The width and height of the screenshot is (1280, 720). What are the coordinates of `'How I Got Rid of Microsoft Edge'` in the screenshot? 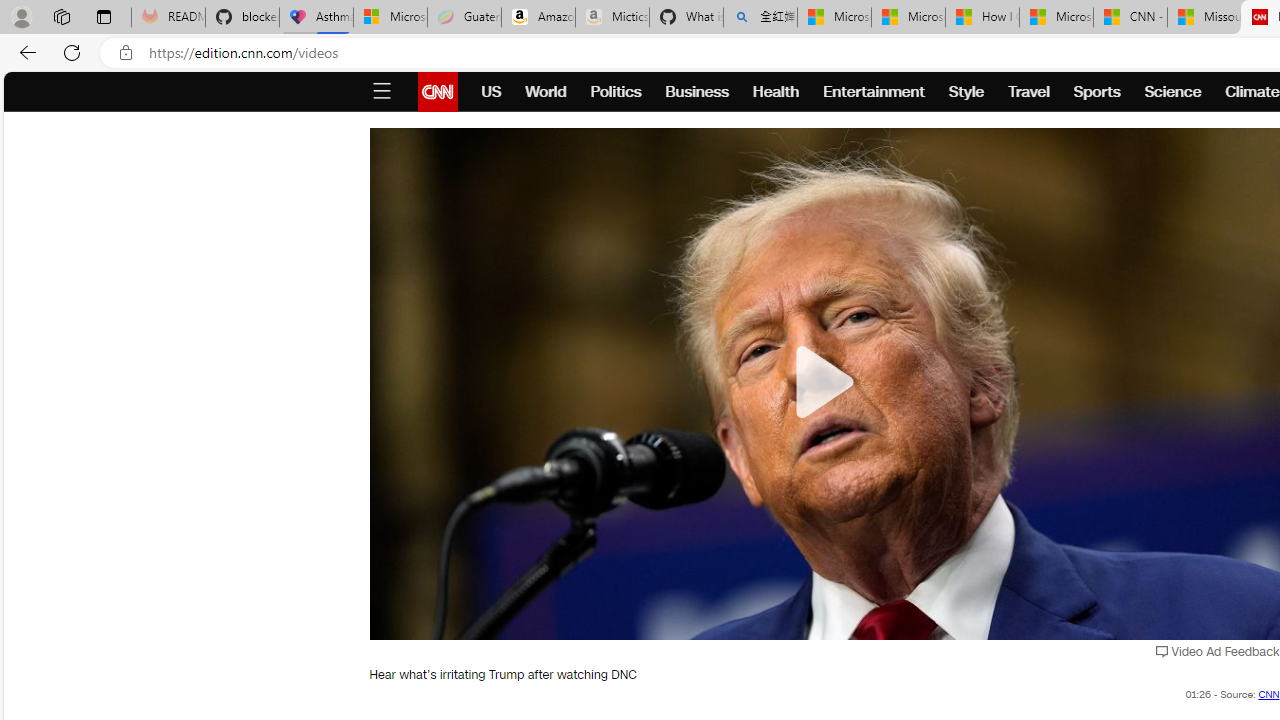 It's located at (982, 17).